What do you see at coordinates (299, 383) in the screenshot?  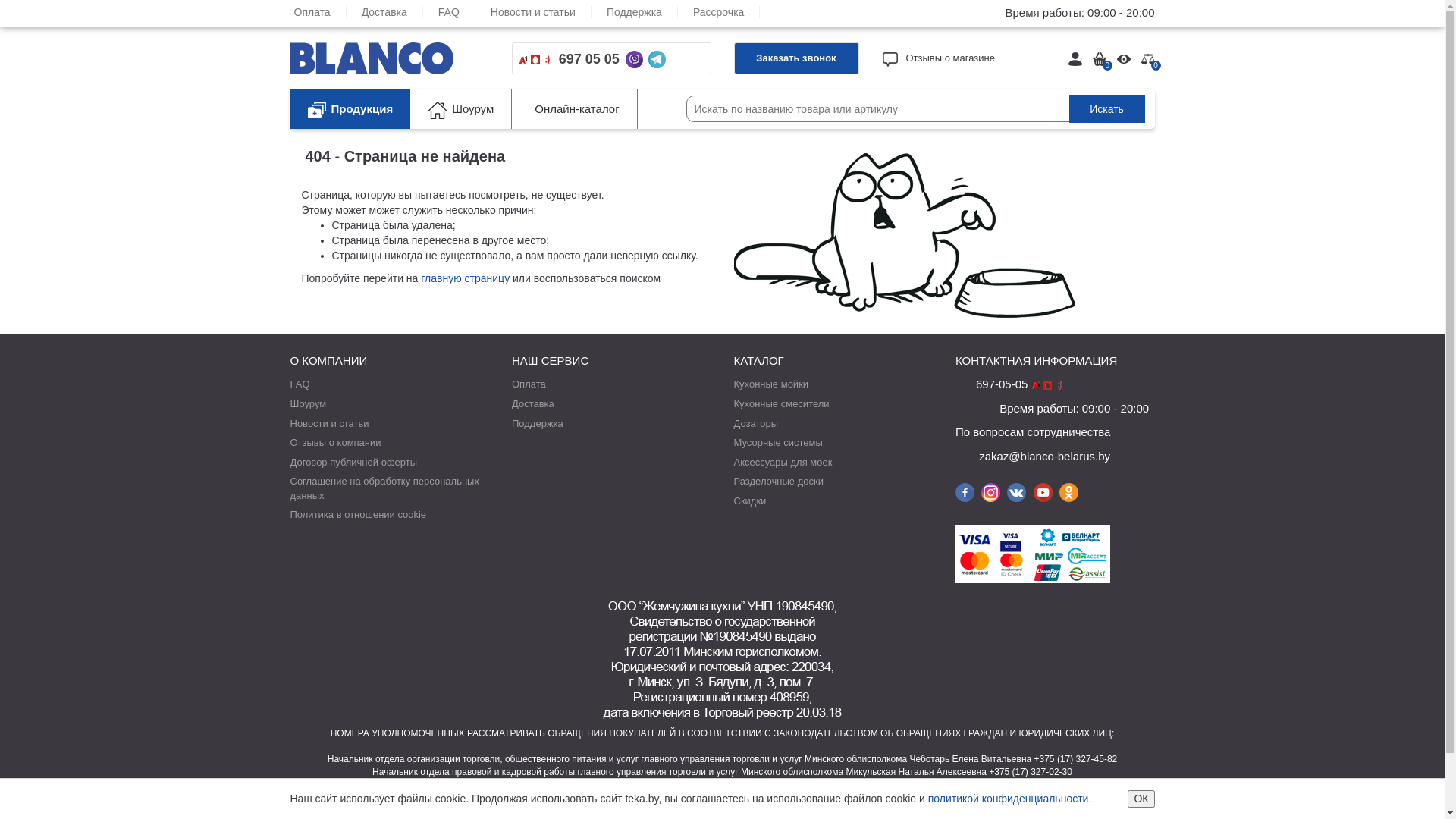 I see `'FAQ'` at bounding box center [299, 383].